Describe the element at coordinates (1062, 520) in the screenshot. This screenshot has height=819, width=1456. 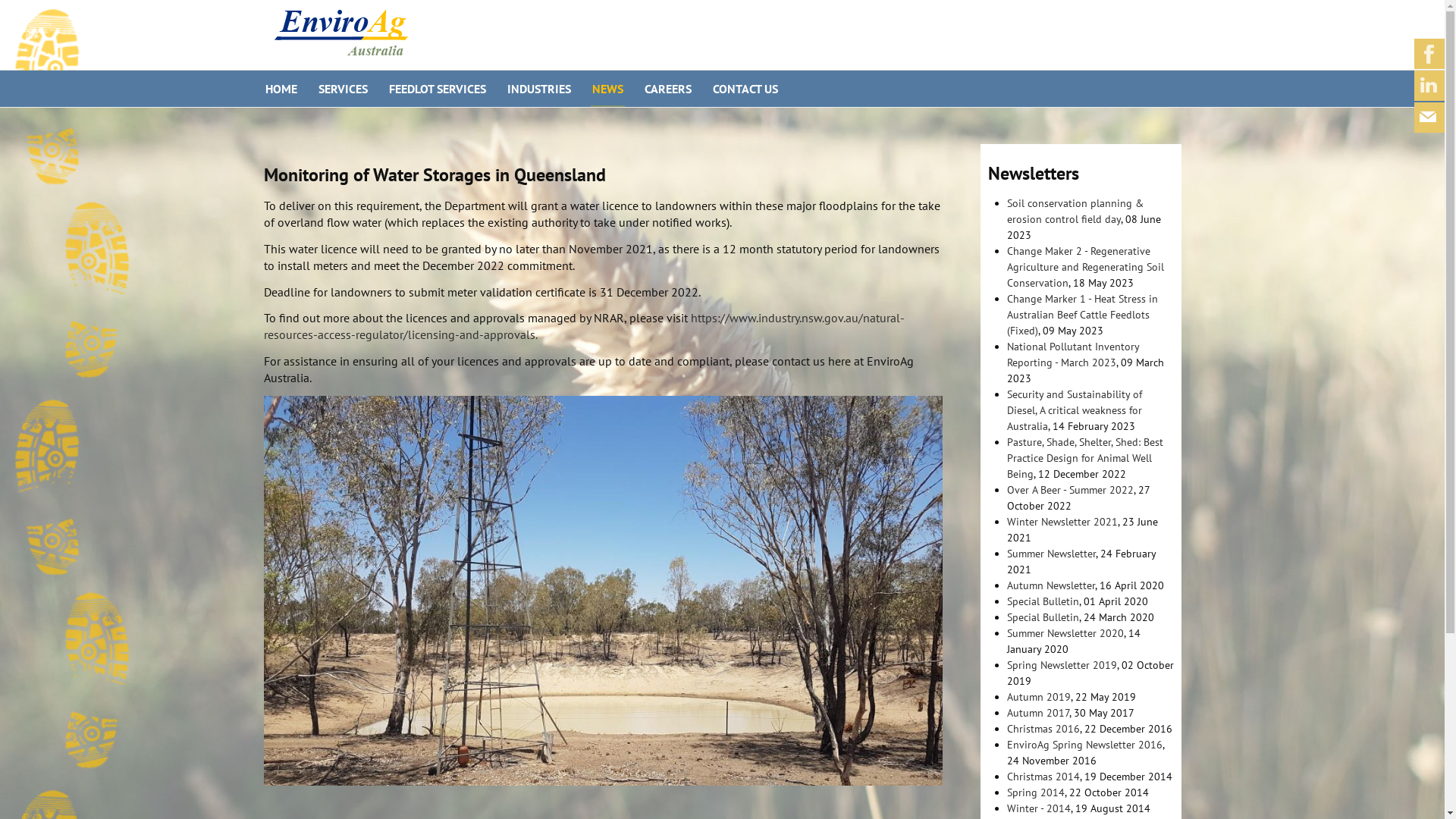
I see `'Winter Newsletter 2021'` at that location.